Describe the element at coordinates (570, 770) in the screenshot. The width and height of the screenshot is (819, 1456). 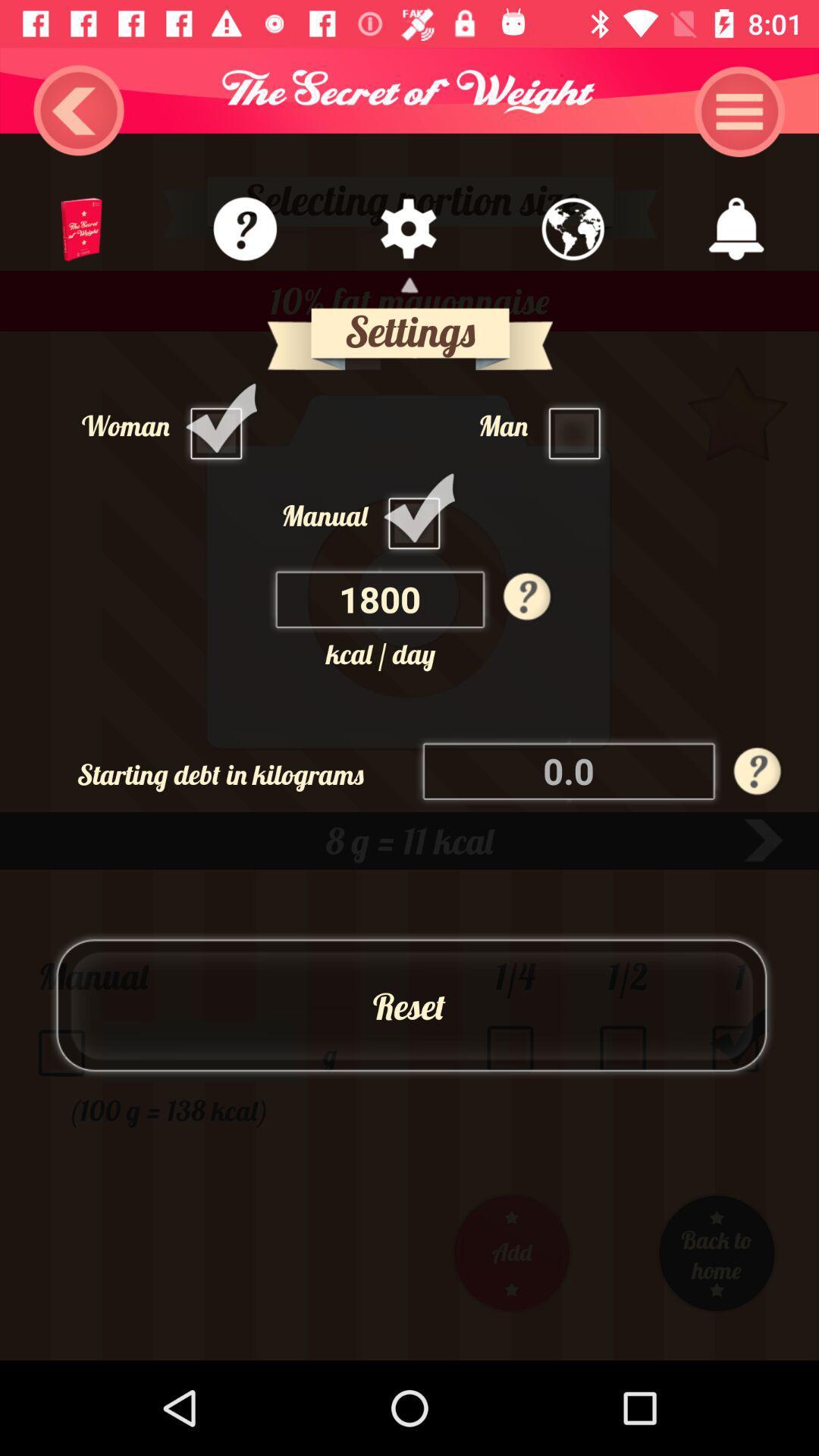
I see `show the hilograms` at that location.